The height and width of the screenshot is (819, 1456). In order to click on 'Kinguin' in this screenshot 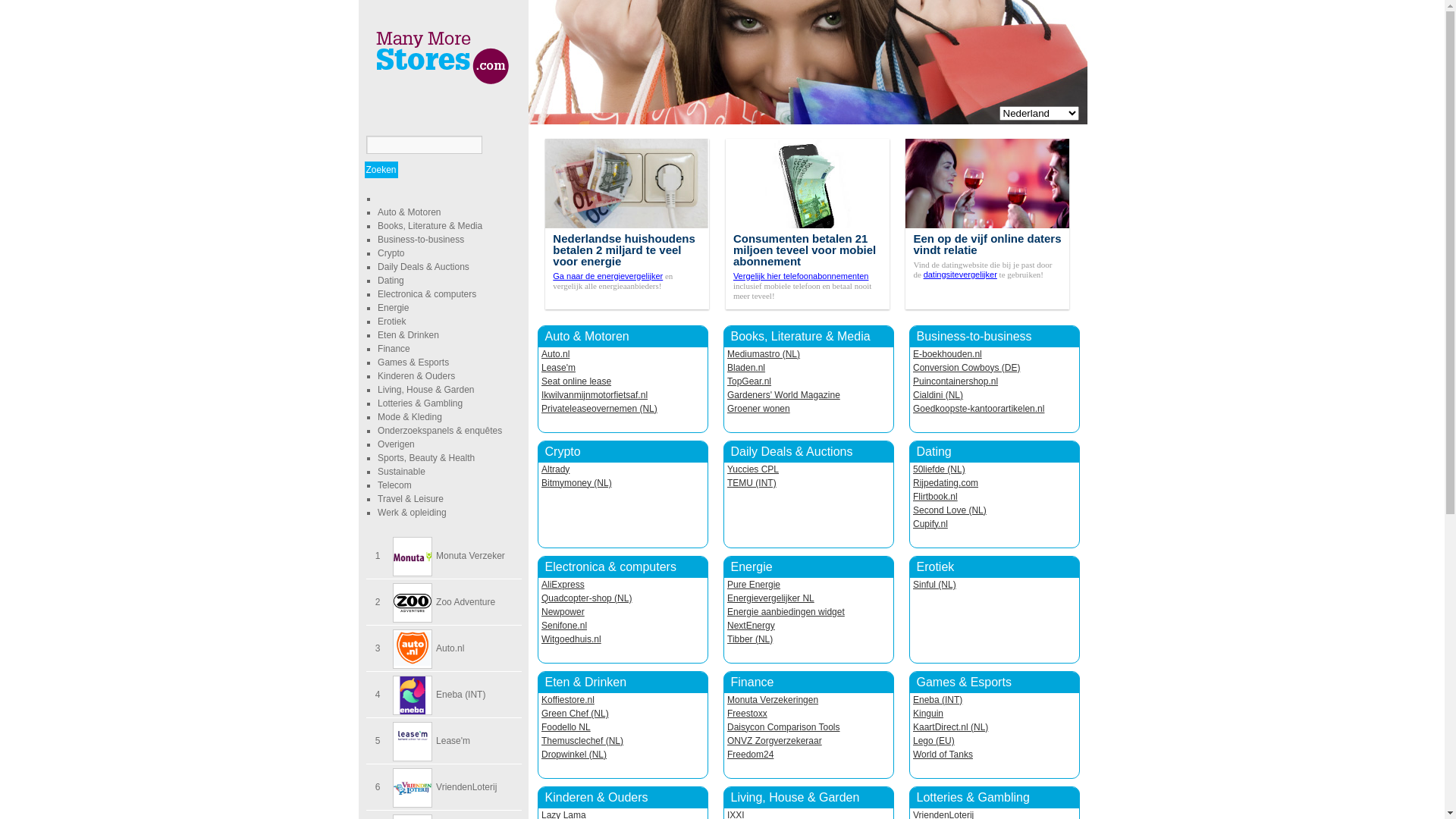, I will do `click(927, 714)`.